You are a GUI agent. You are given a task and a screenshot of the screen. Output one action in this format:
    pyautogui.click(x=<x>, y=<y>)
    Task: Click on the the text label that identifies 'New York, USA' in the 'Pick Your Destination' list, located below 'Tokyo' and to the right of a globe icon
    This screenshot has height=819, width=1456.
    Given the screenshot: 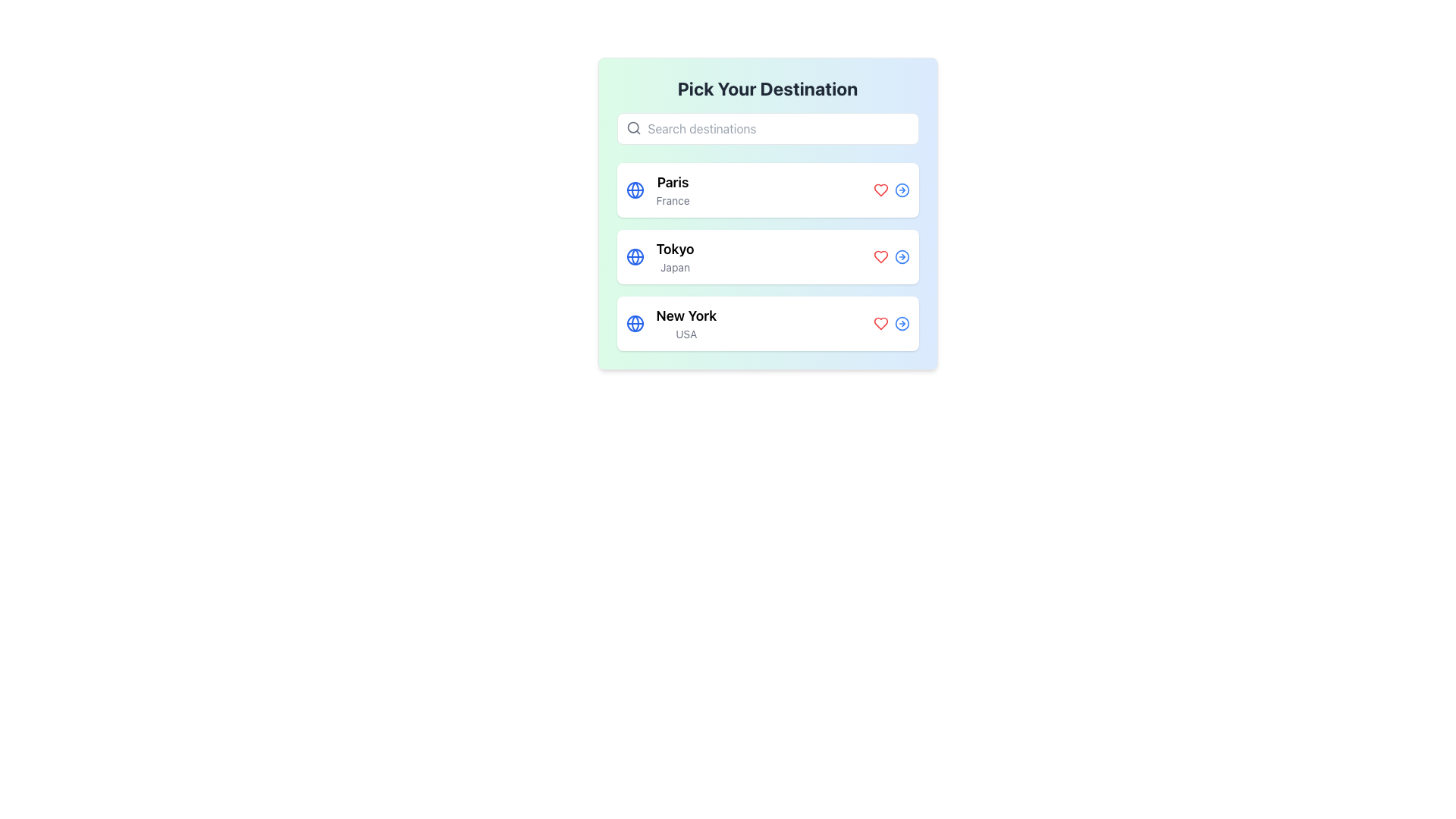 What is the action you would take?
    pyautogui.click(x=686, y=323)
    